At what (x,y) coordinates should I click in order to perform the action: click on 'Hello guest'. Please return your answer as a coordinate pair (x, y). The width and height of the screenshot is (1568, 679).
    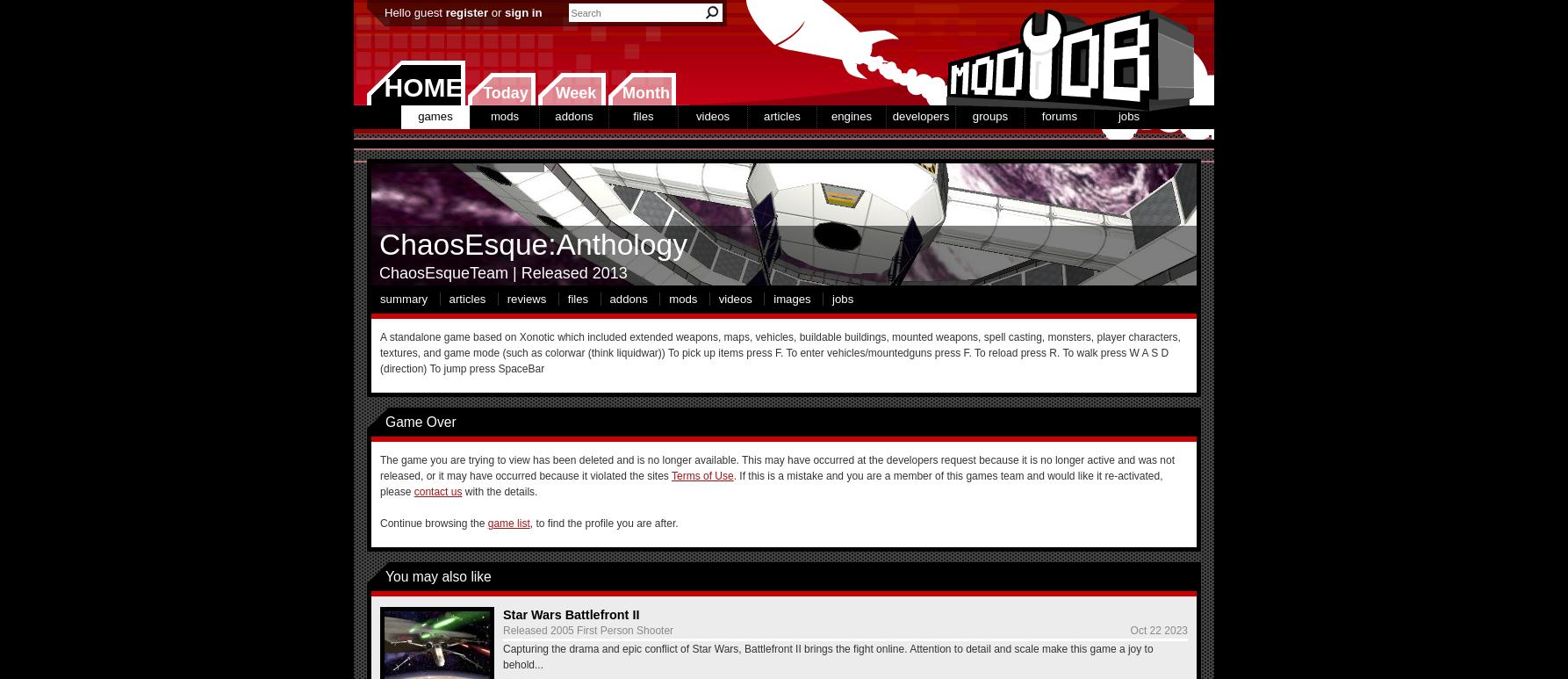
    Looking at the image, I should click on (414, 12).